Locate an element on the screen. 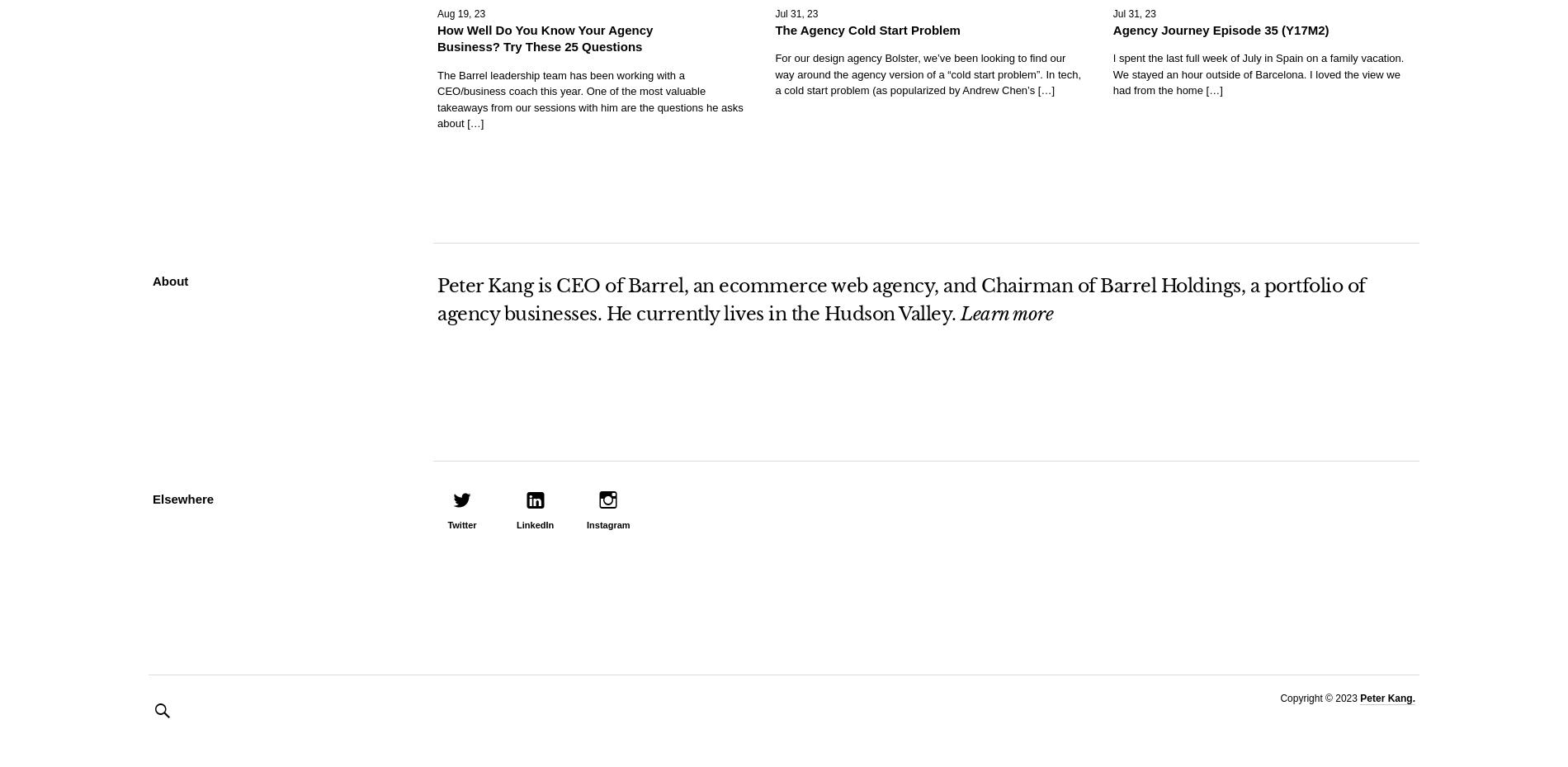  'Learn more' is located at coordinates (1005, 312).